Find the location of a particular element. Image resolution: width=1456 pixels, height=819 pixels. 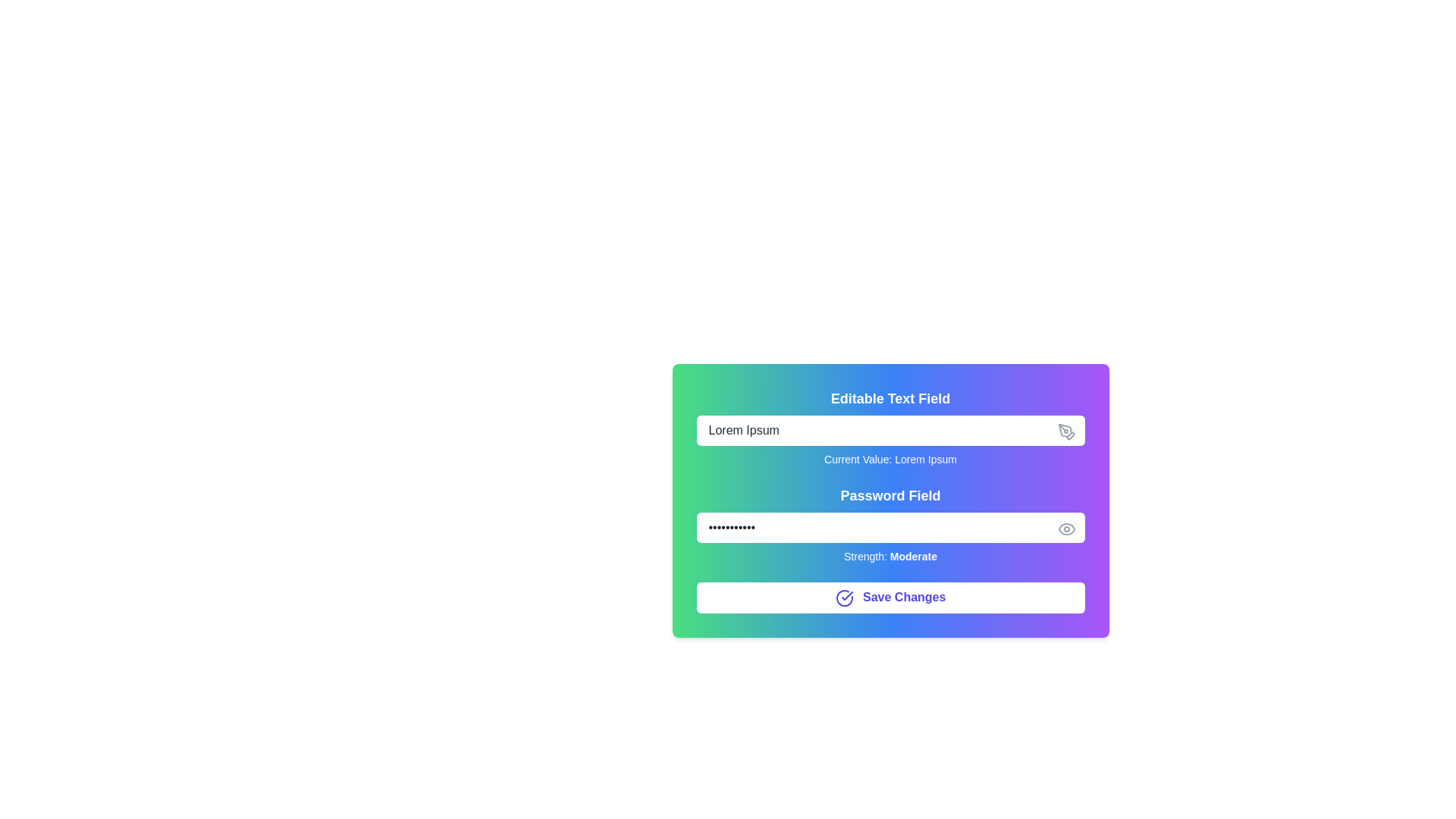

the Password input field by pressing the Tab key to focus on it, which is styled with a white background and rounded edges, featuring the placeholder text 'Enter your password.' is located at coordinates (890, 526).